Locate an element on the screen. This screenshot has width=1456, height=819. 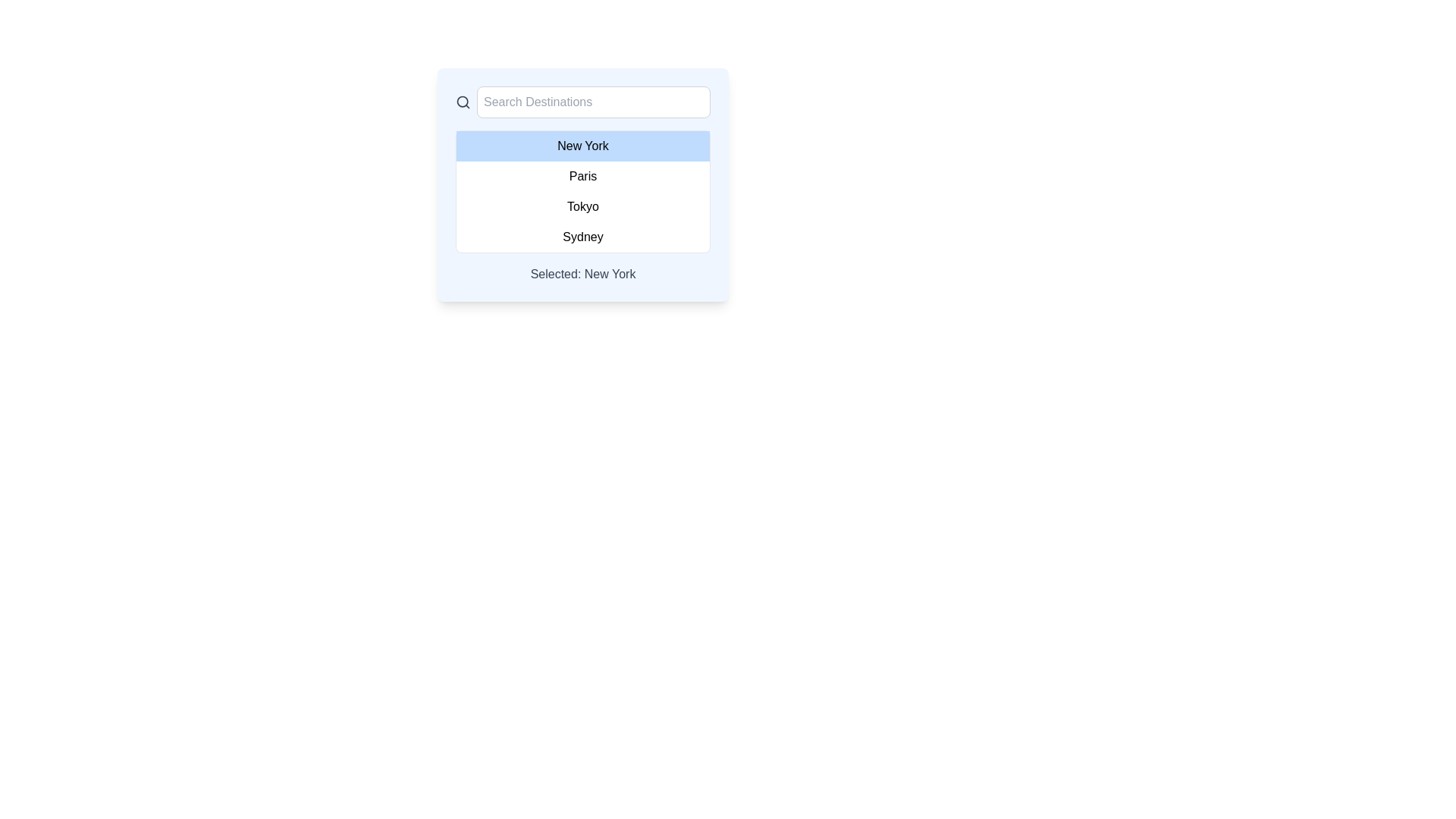
the selectable list item labeled 'Paris', which is styled with padding and has a hover effect that changes its background color to light blue is located at coordinates (582, 175).